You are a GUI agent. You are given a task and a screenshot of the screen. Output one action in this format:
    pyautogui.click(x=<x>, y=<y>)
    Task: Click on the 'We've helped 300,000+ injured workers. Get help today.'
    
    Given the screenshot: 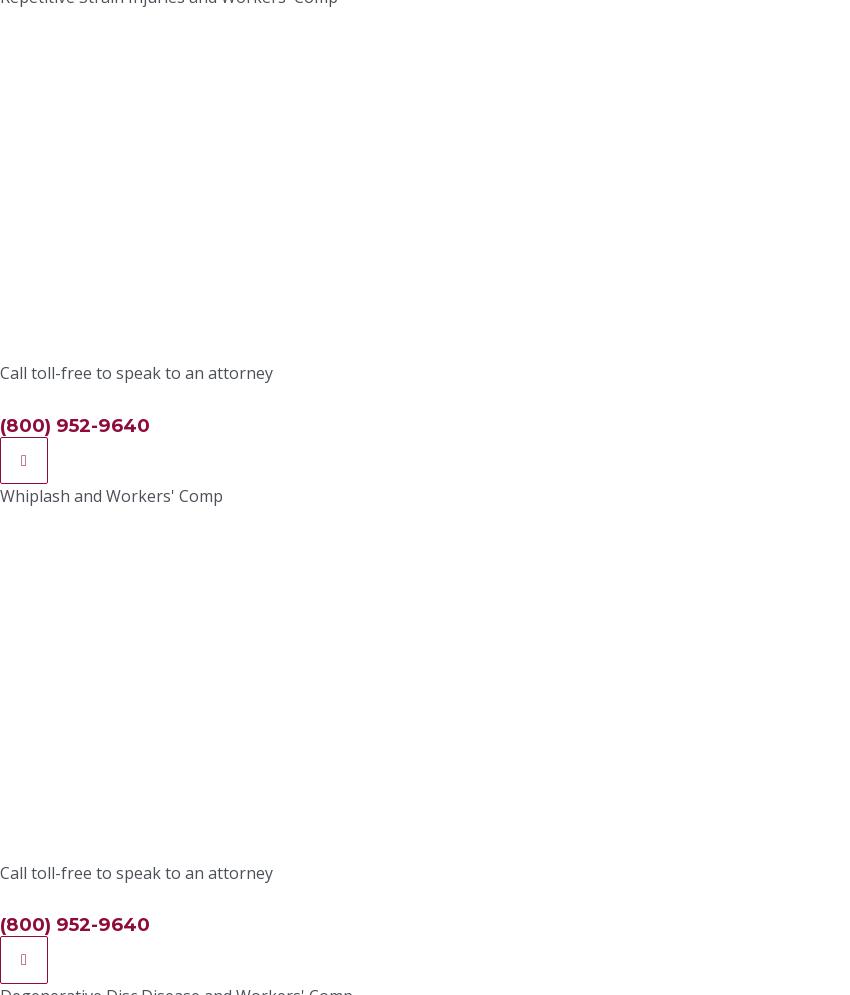 What is the action you would take?
    pyautogui.click(x=424, y=713)
    